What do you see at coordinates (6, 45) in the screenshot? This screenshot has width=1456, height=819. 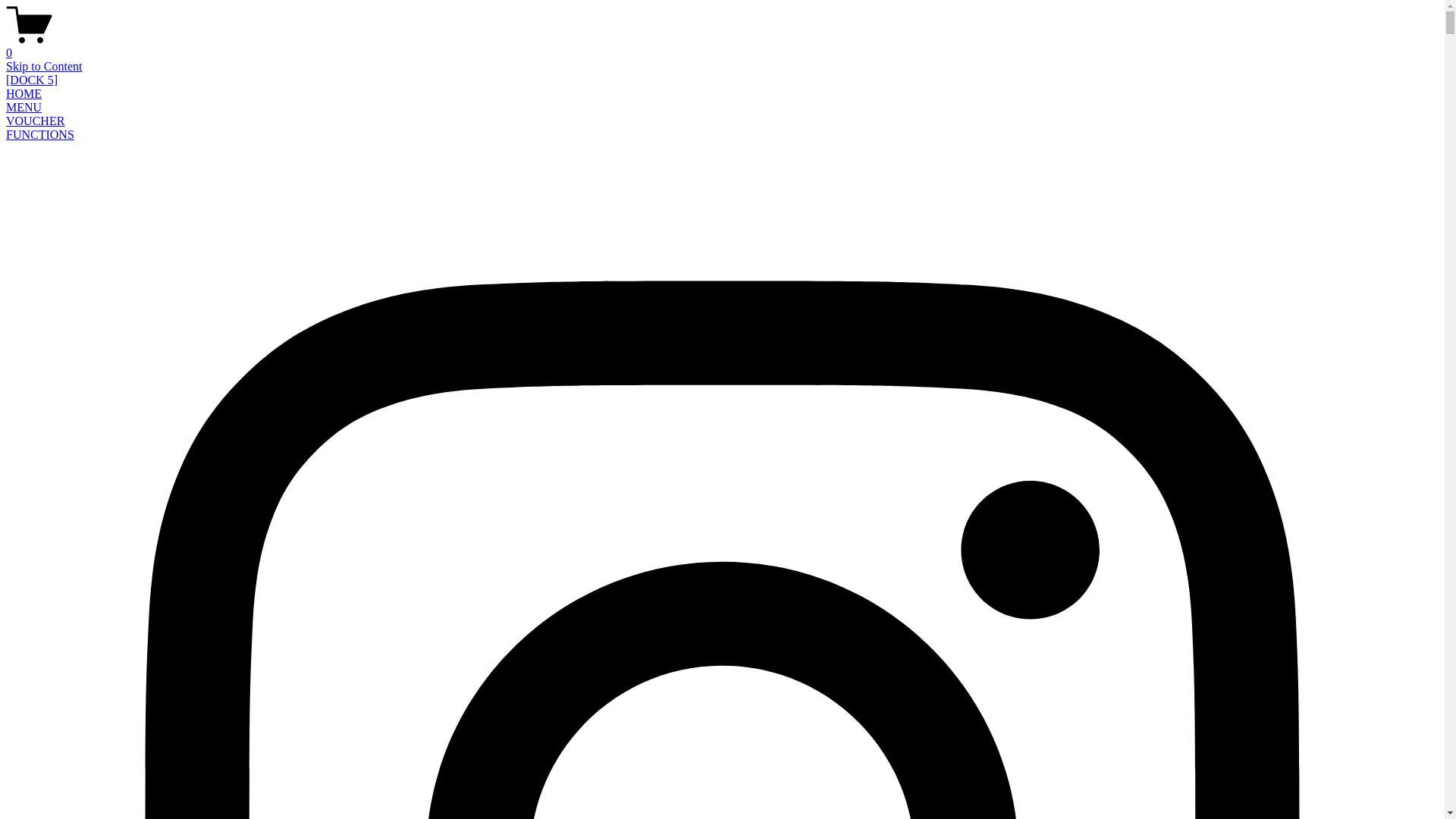 I see `'0'` at bounding box center [6, 45].